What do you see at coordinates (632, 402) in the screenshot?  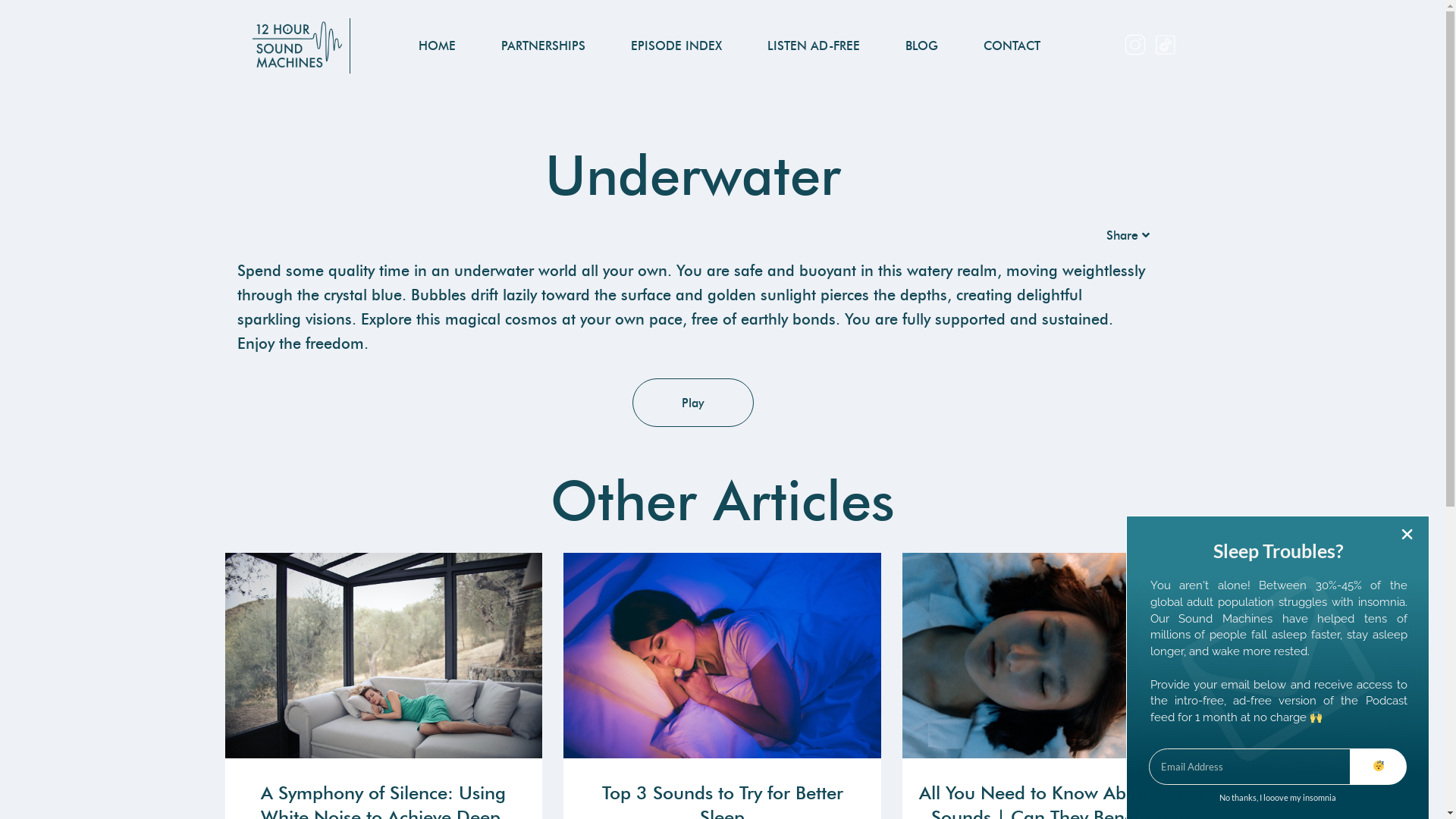 I see `'Play'` at bounding box center [632, 402].